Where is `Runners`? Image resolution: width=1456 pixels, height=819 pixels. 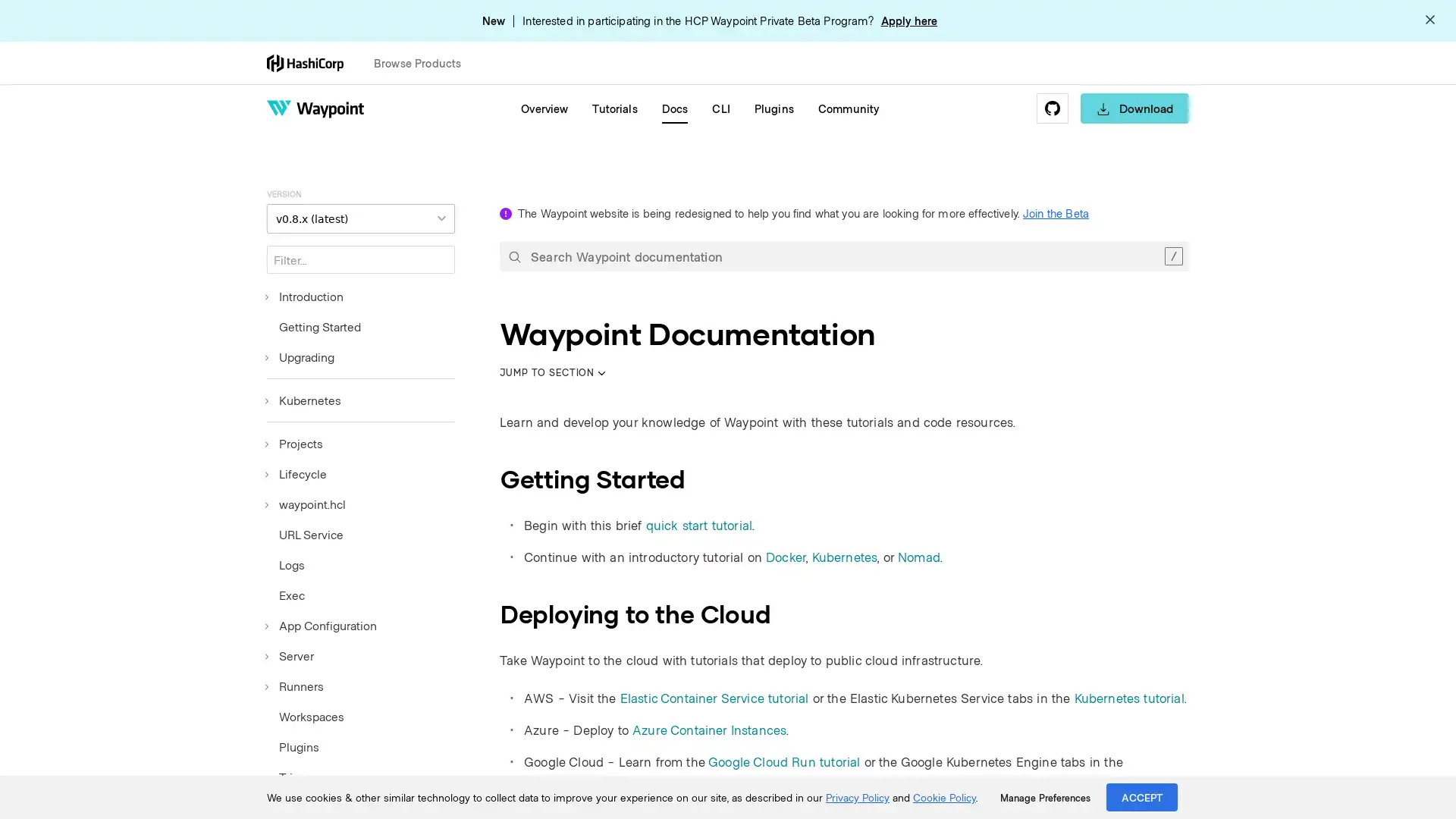
Runners is located at coordinates (295, 686).